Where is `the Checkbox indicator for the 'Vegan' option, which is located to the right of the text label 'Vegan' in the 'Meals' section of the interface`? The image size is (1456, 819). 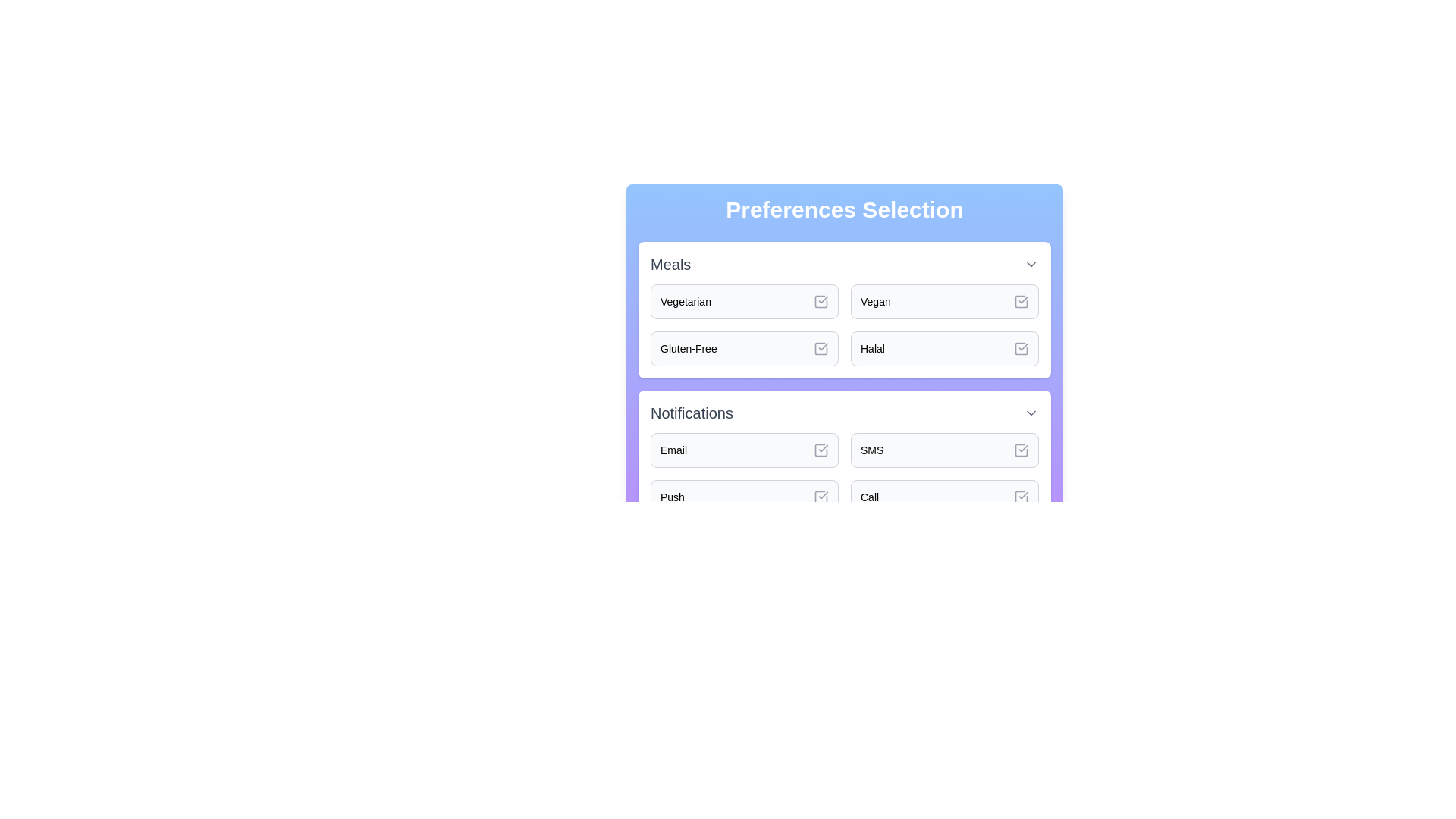 the Checkbox indicator for the 'Vegan' option, which is located to the right of the text label 'Vegan' in the 'Meals' section of the interface is located at coordinates (1021, 301).